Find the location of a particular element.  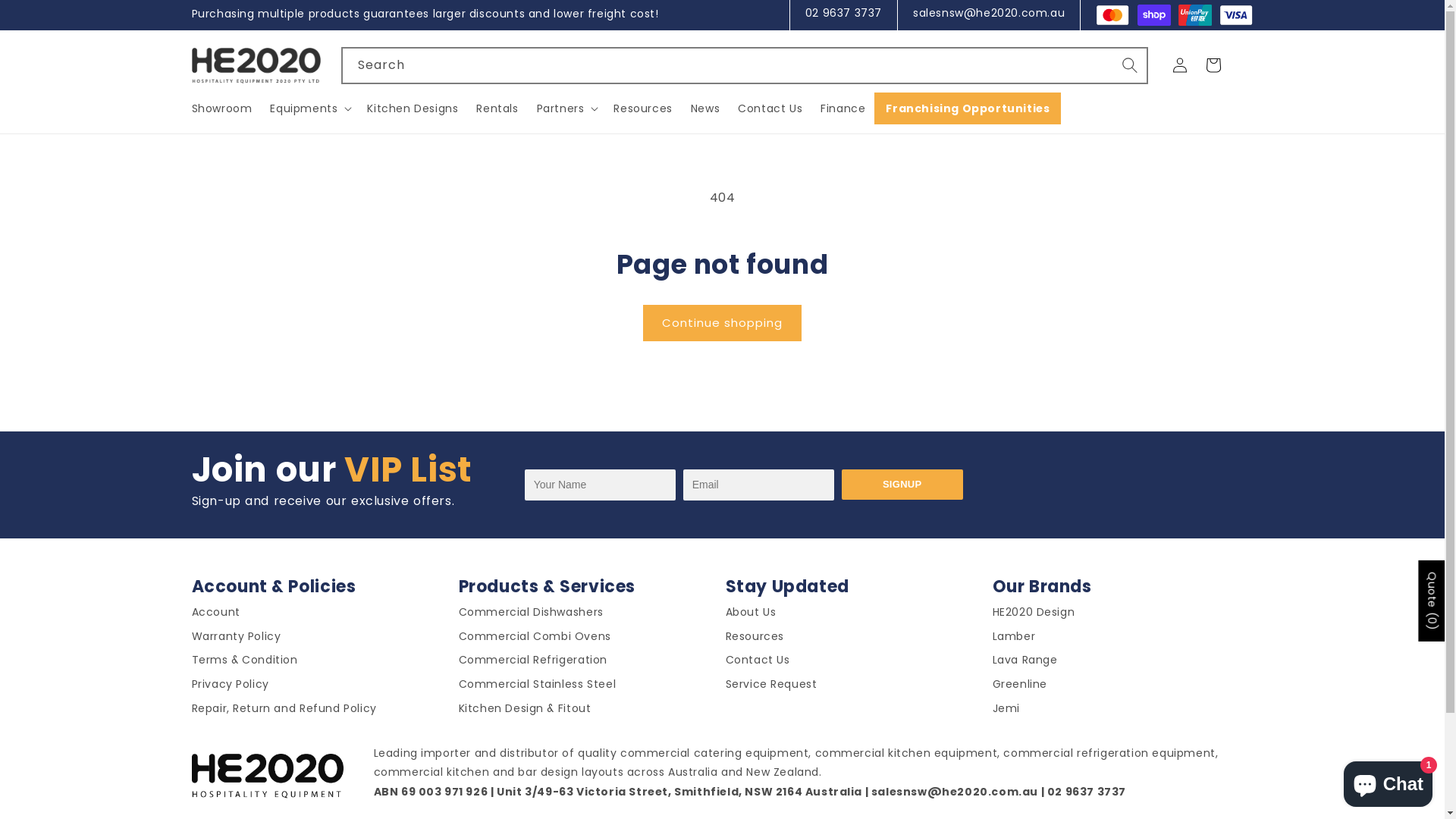

'Jemi' is located at coordinates (1005, 711).